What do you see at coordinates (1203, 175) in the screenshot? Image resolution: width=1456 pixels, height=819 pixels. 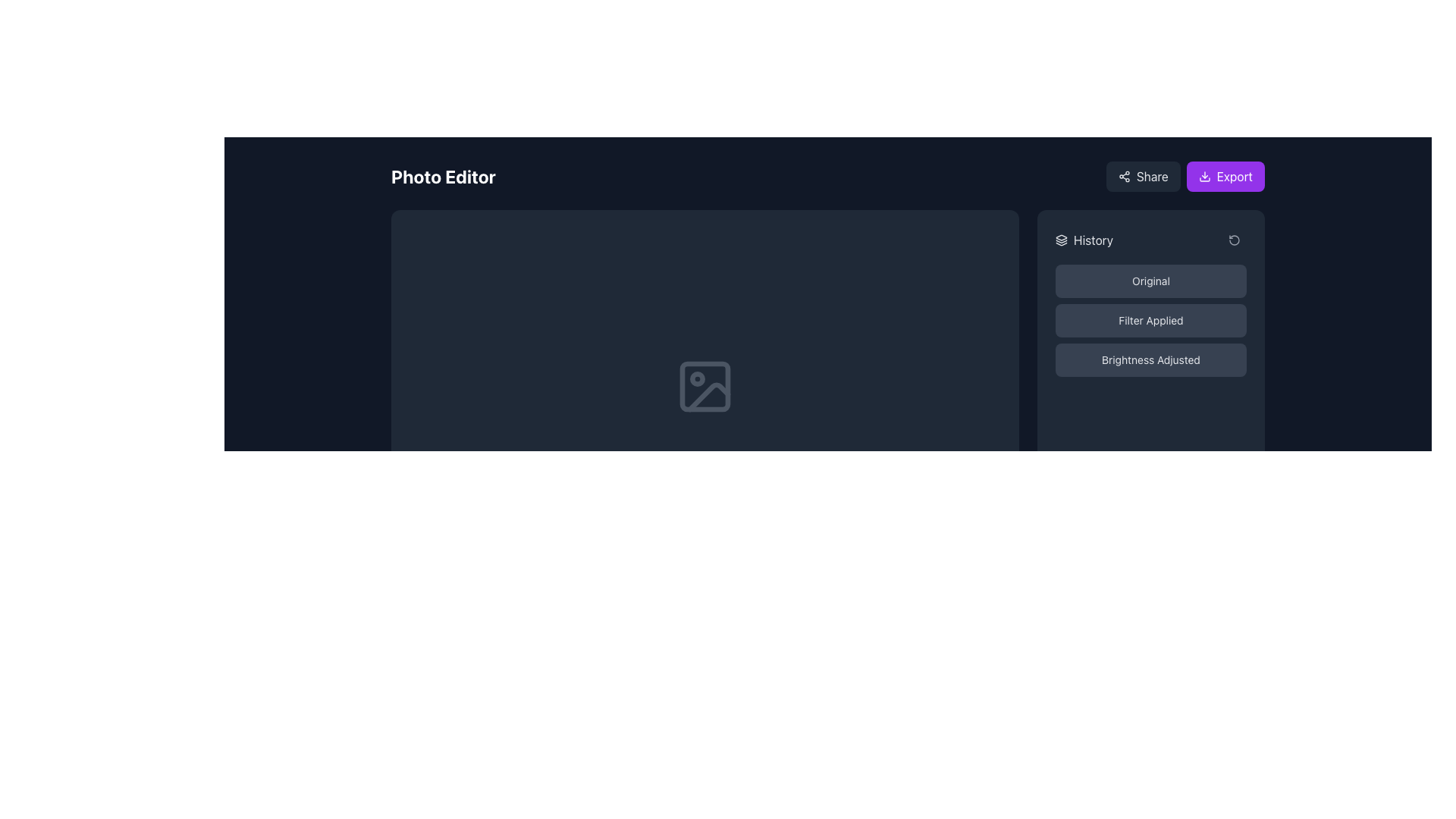 I see `the download icon located within the purple 'Export' button in the top-right corner of the interface to initiate an export action` at bounding box center [1203, 175].